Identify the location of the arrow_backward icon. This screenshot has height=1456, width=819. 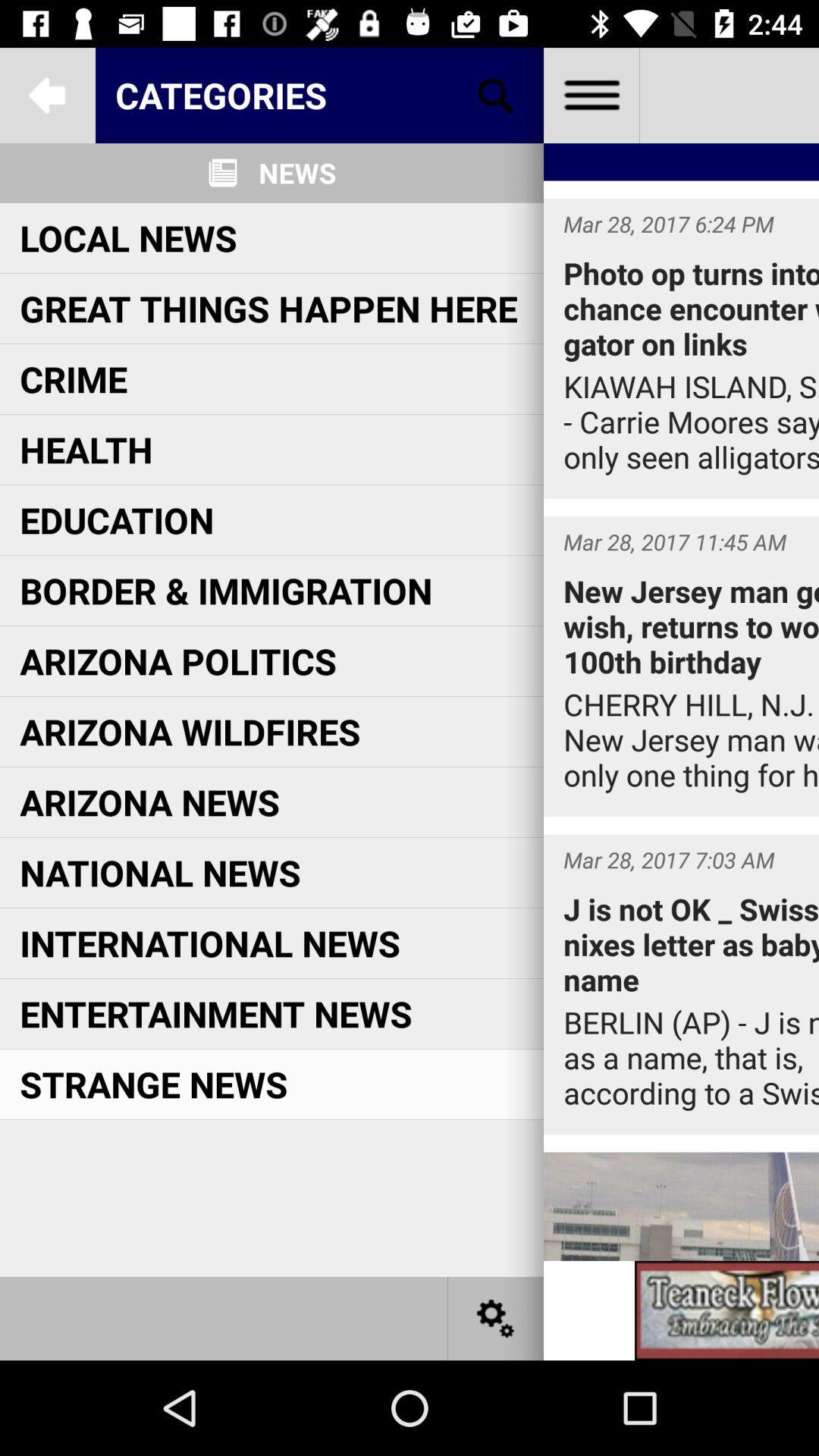
(46, 94).